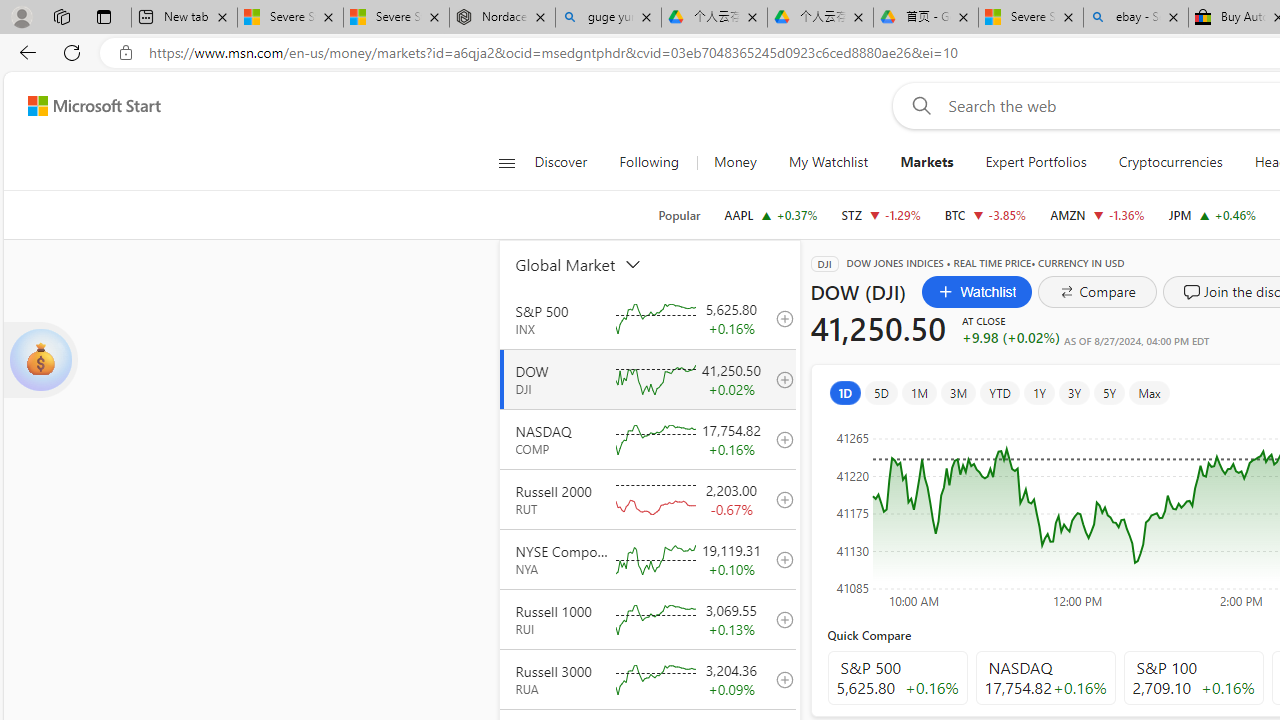  Describe the element at coordinates (1109, 392) in the screenshot. I see `'5Y'` at that location.